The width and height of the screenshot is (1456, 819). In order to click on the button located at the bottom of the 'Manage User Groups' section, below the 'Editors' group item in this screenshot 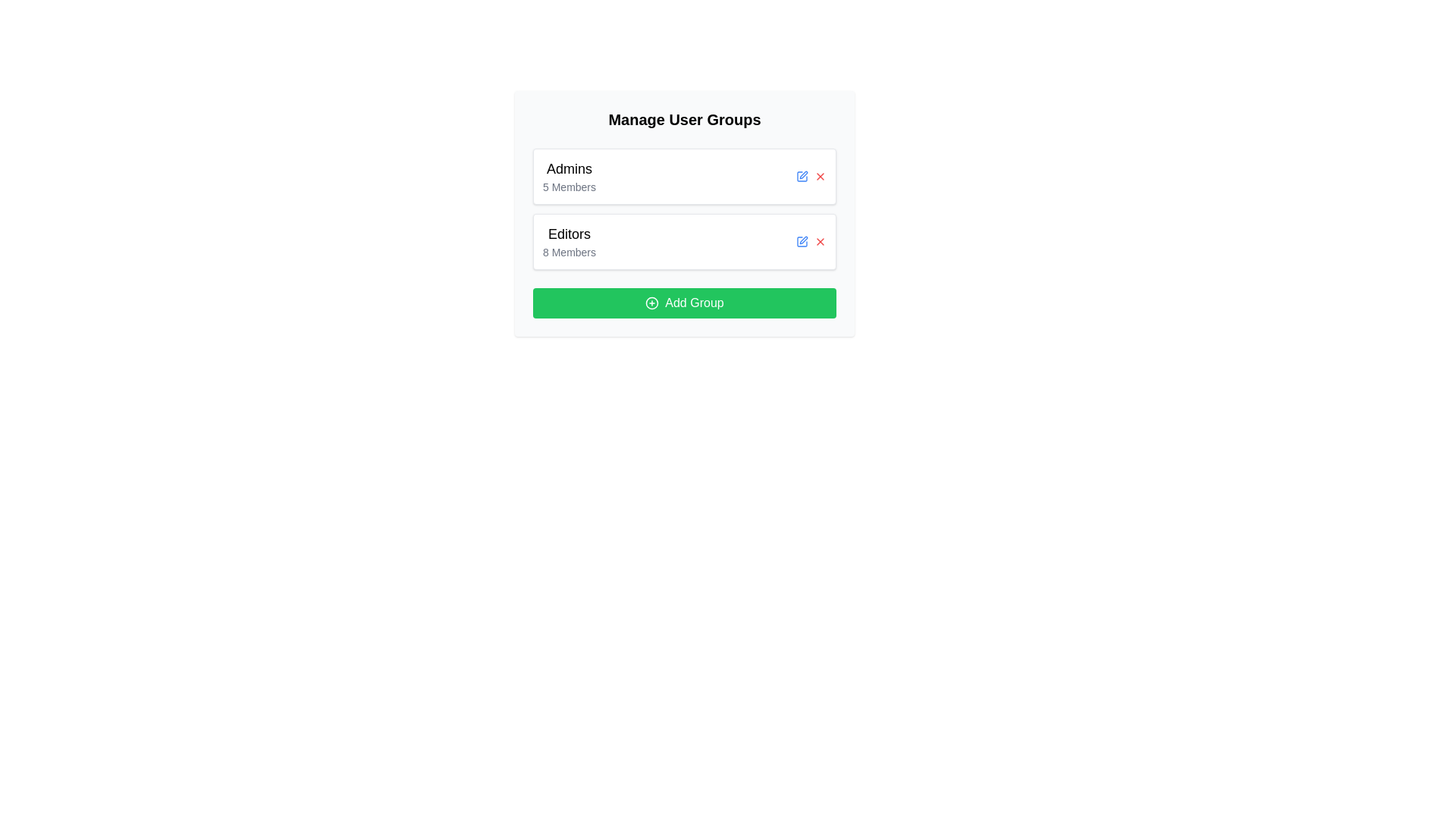, I will do `click(683, 303)`.